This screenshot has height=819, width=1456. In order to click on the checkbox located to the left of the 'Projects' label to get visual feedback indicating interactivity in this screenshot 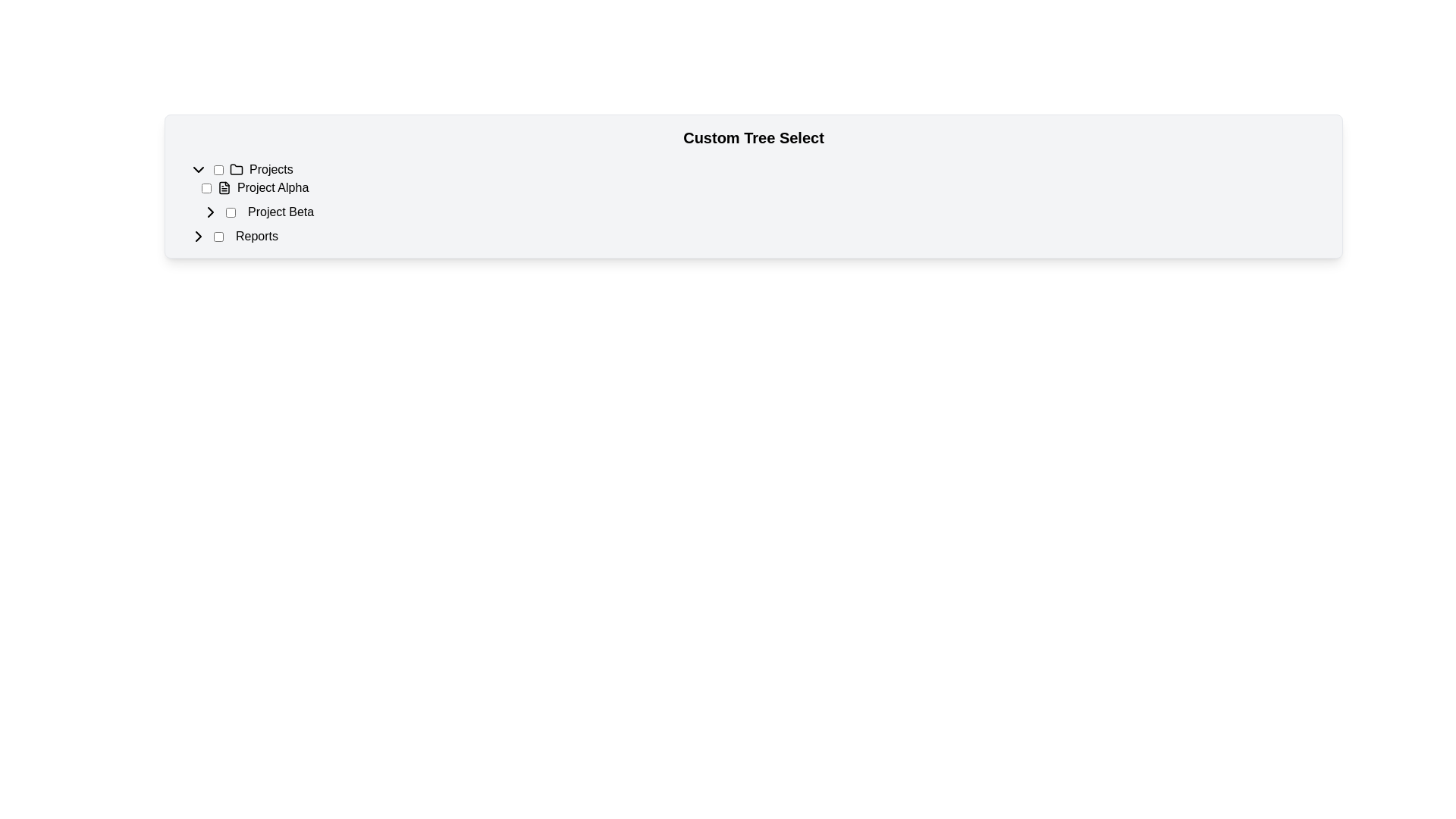, I will do `click(218, 169)`.